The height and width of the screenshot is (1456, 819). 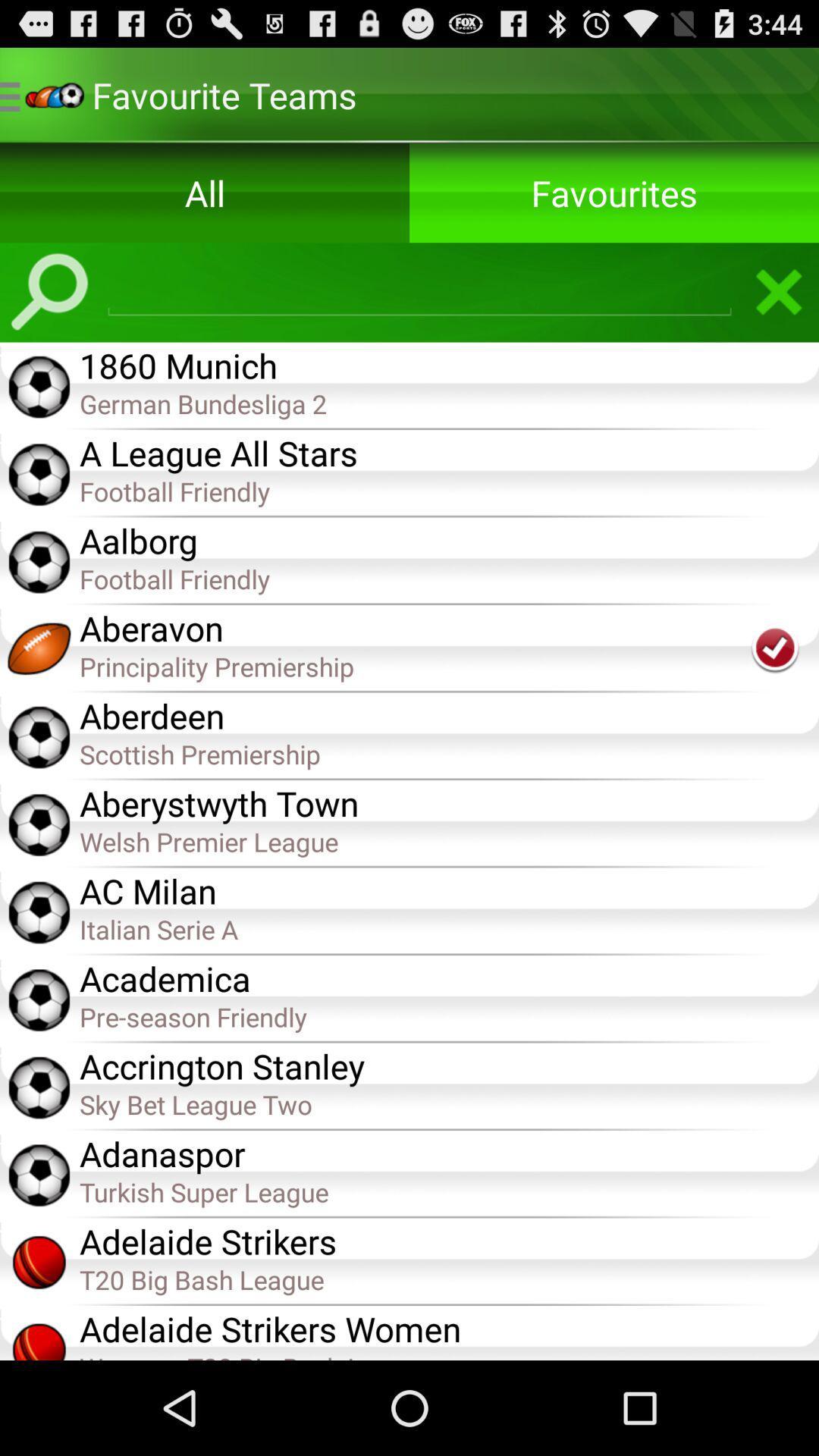 What do you see at coordinates (448, 364) in the screenshot?
I see `the icon above german bundesliga 2` at bounding box center [448, 364].